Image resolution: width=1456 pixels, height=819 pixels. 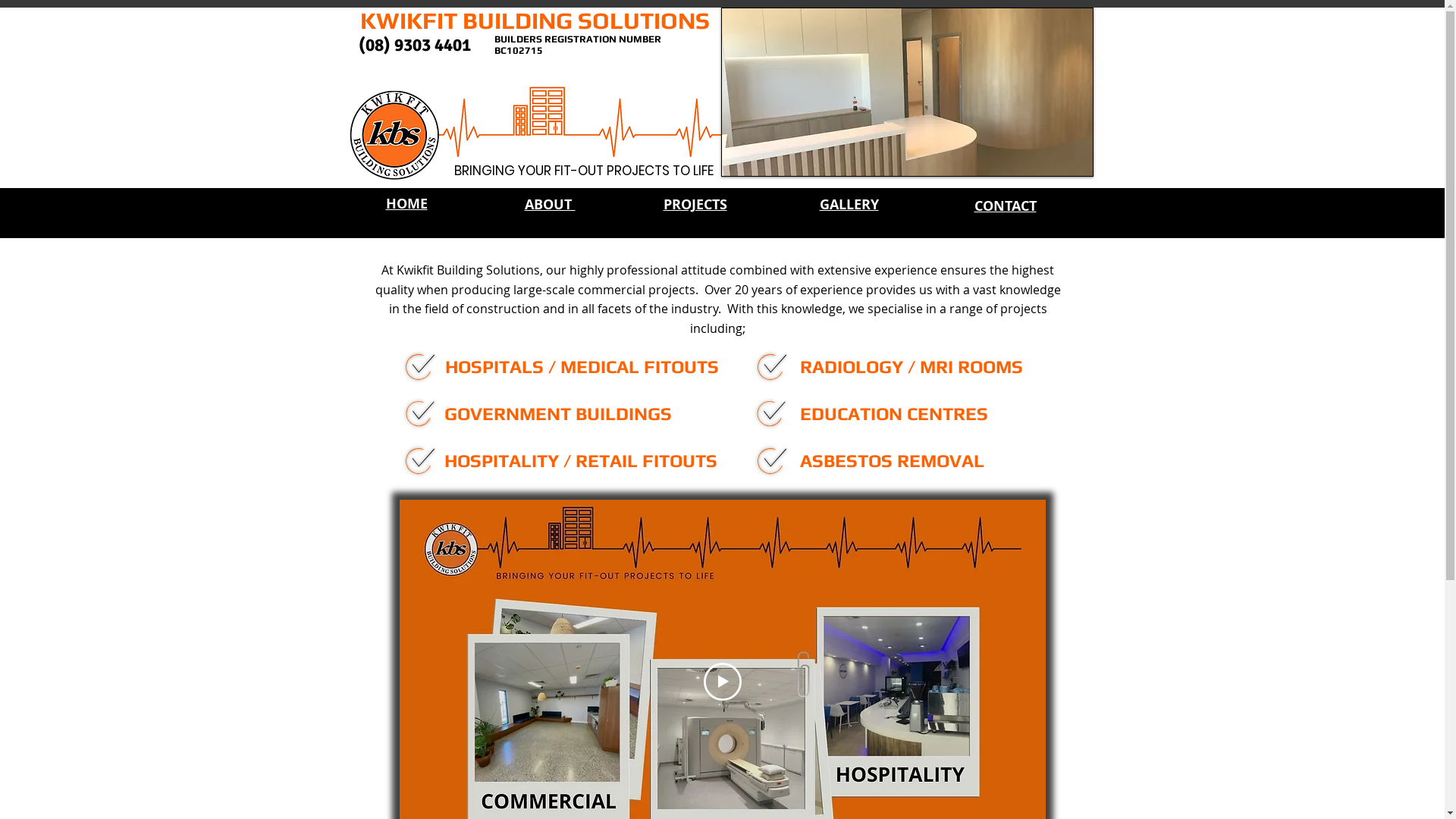 What do you see at coordinates (847, 203) in the screenshot?
I see `'GALLERY'` at bounding box center [847, 203].